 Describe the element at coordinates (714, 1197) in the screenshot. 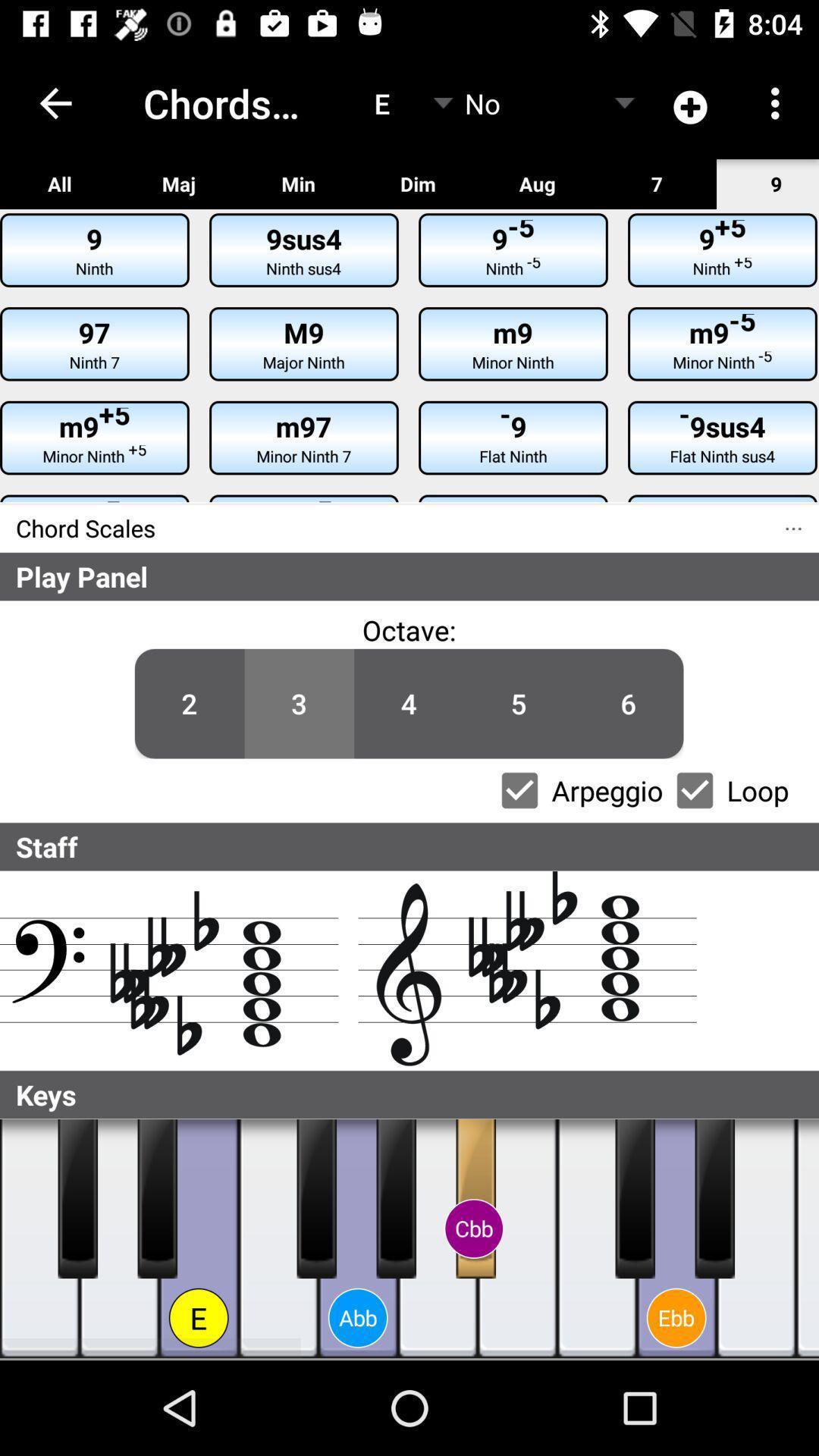

I see `note` at that location.